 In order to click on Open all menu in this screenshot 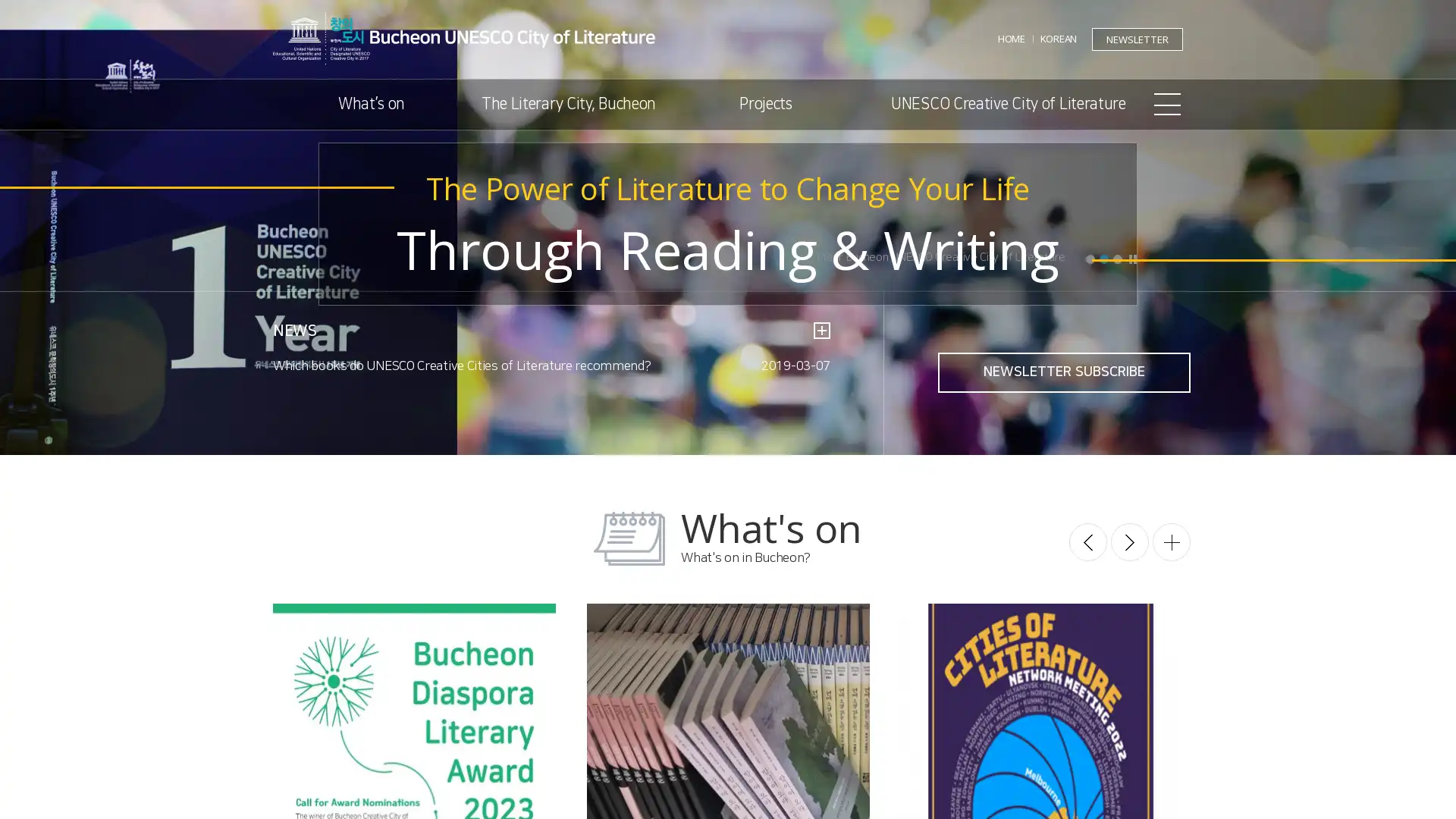, I will do `click(1167, 104)`.